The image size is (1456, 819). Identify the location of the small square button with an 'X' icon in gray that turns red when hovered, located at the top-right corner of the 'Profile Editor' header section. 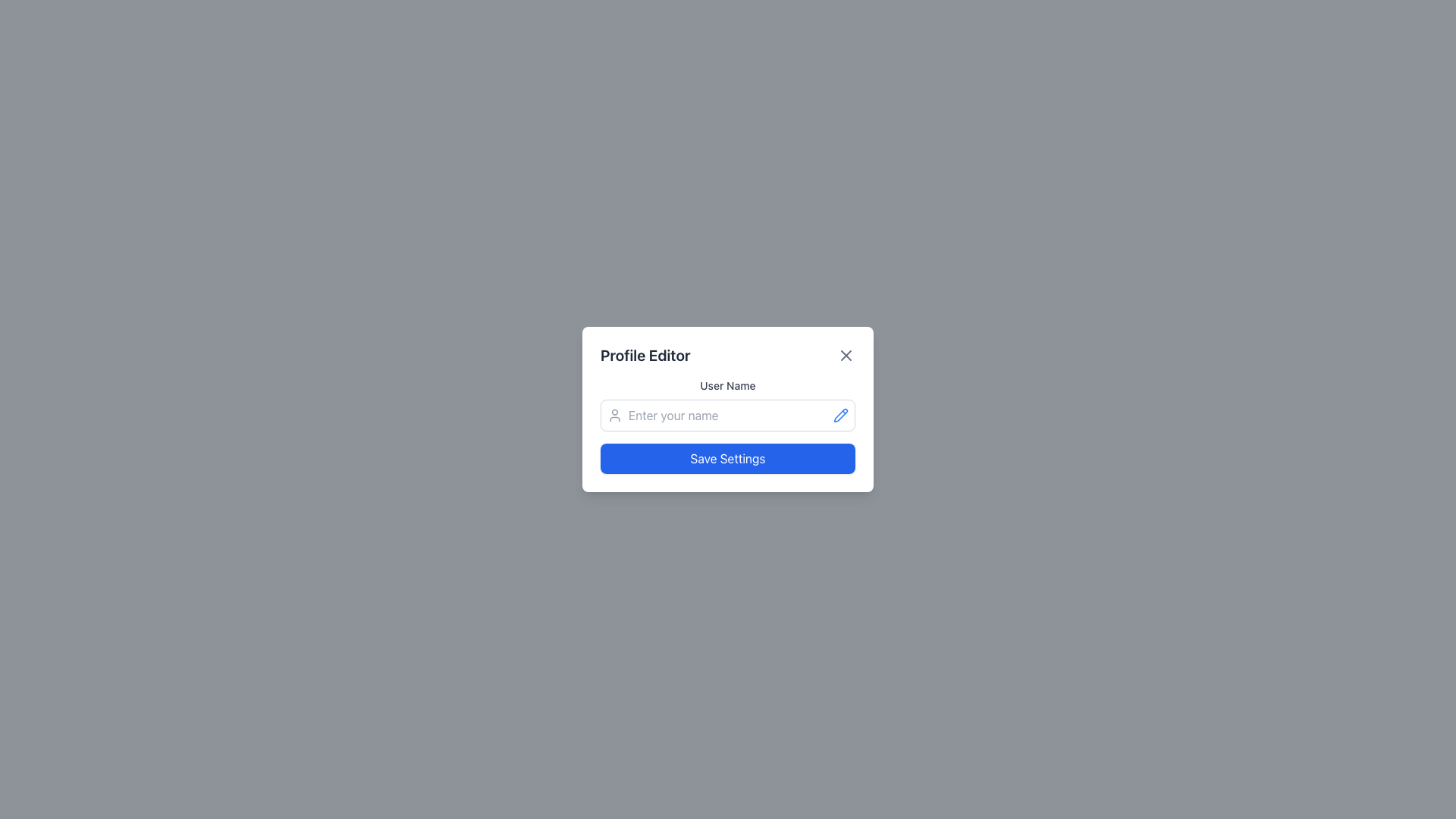
(846, 356).